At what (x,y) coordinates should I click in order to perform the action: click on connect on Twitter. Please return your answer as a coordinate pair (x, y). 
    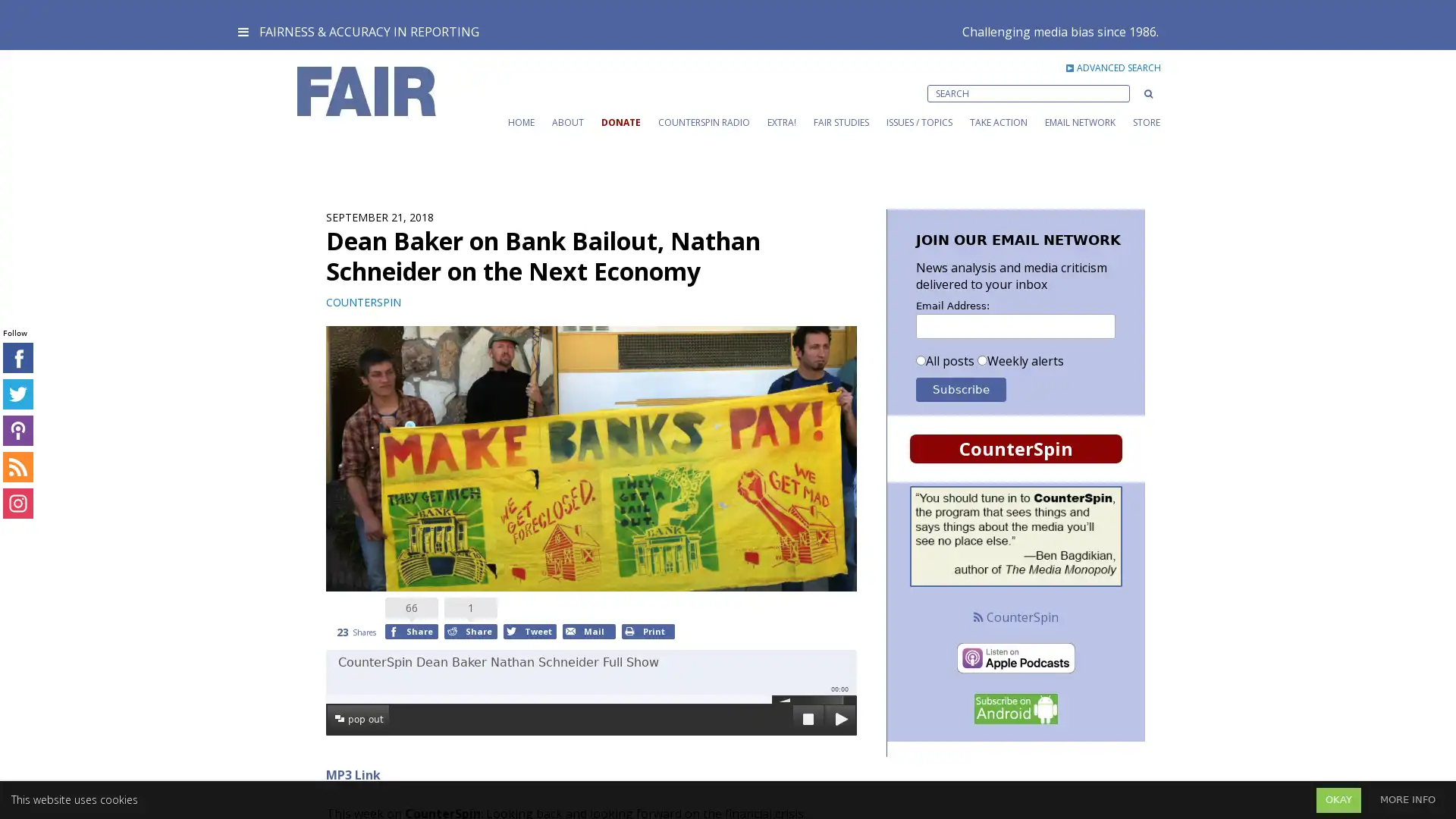
    Looking at the image, I should click on (18, 394).